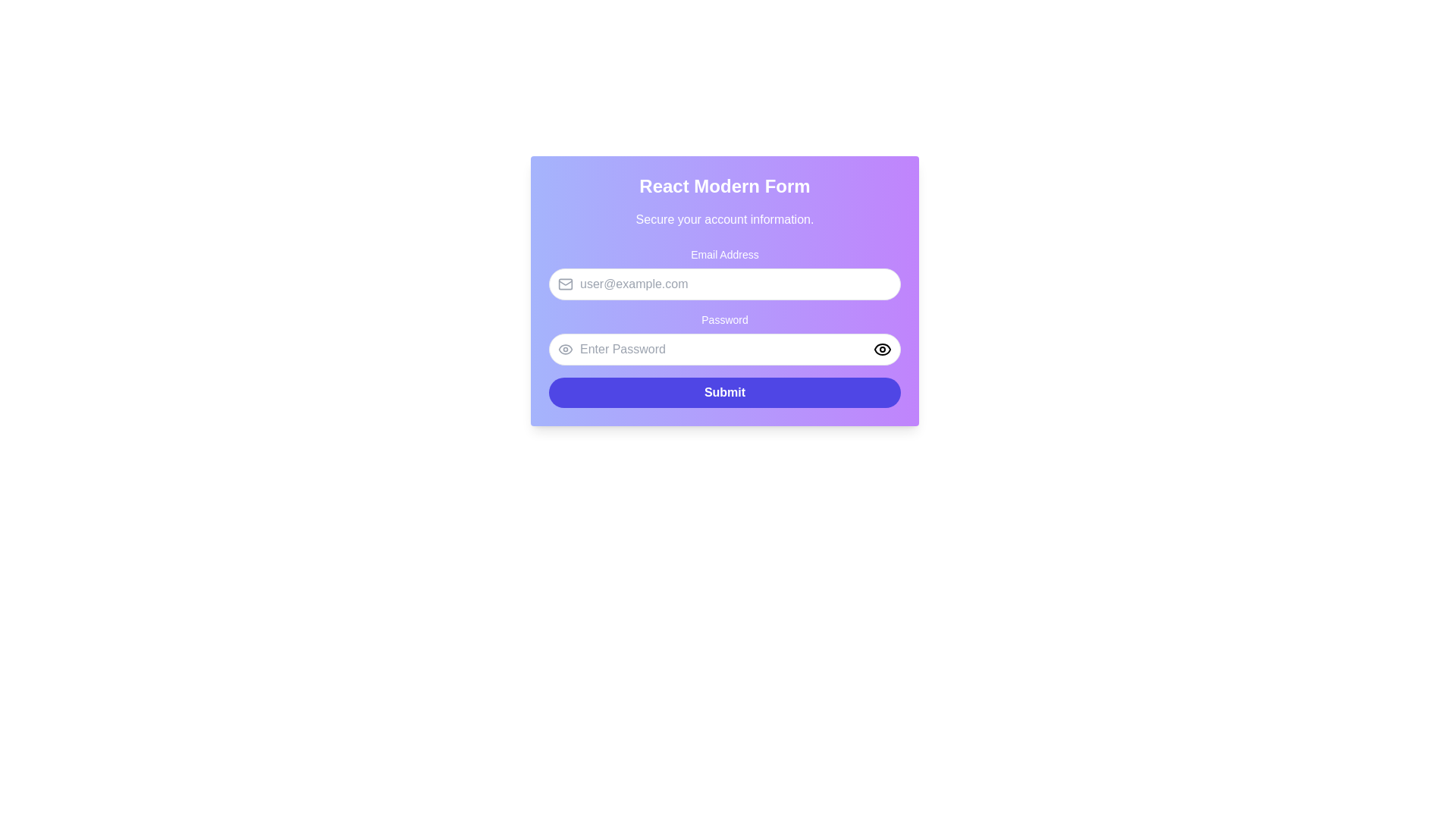 The height and width of the screenshot is (819, 1456). Describe the element at coordinates (723, 274) in the screenshot. I see `the email input field at the top of the form` at that location.